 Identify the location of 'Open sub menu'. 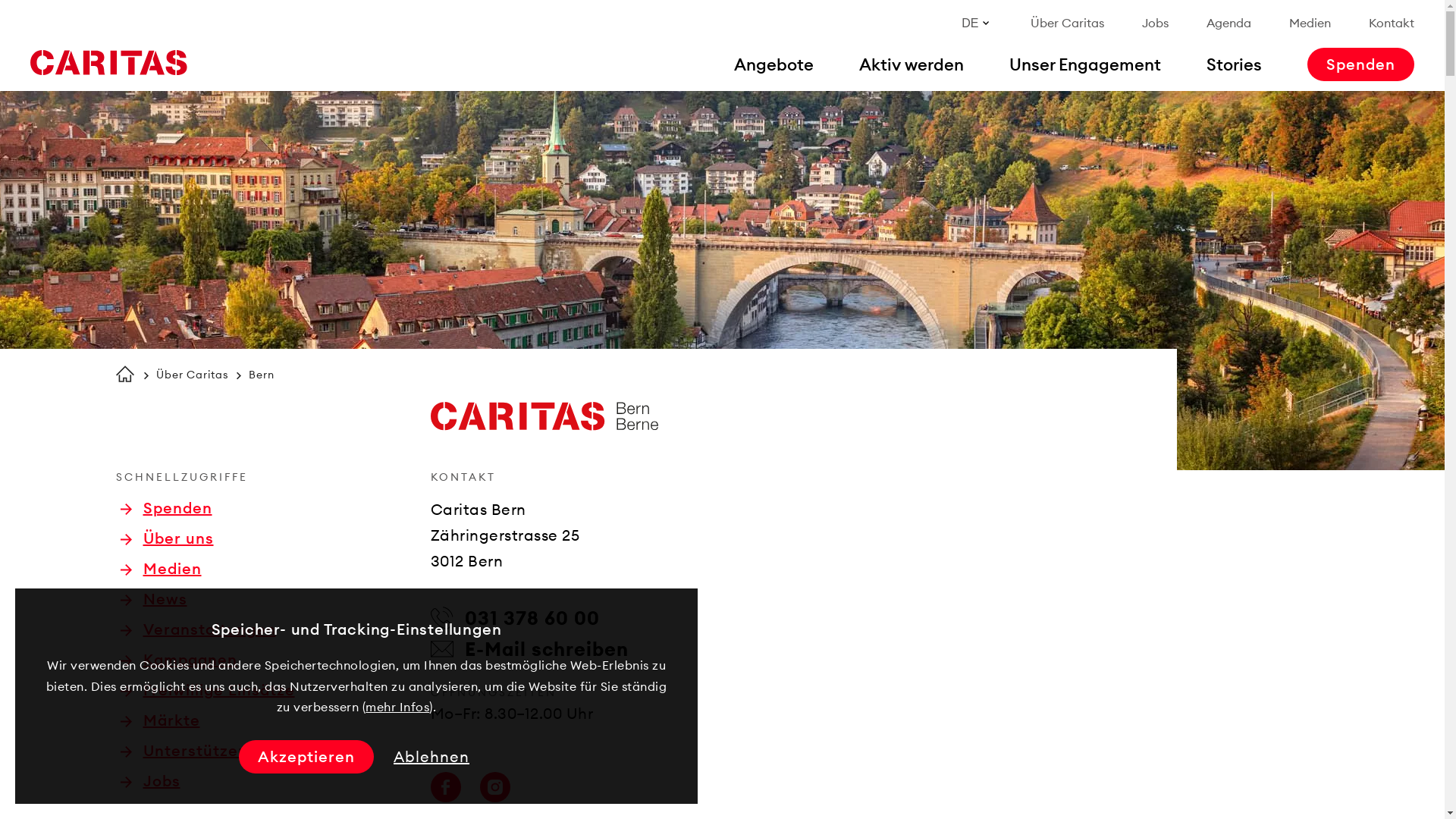
(0, 18).